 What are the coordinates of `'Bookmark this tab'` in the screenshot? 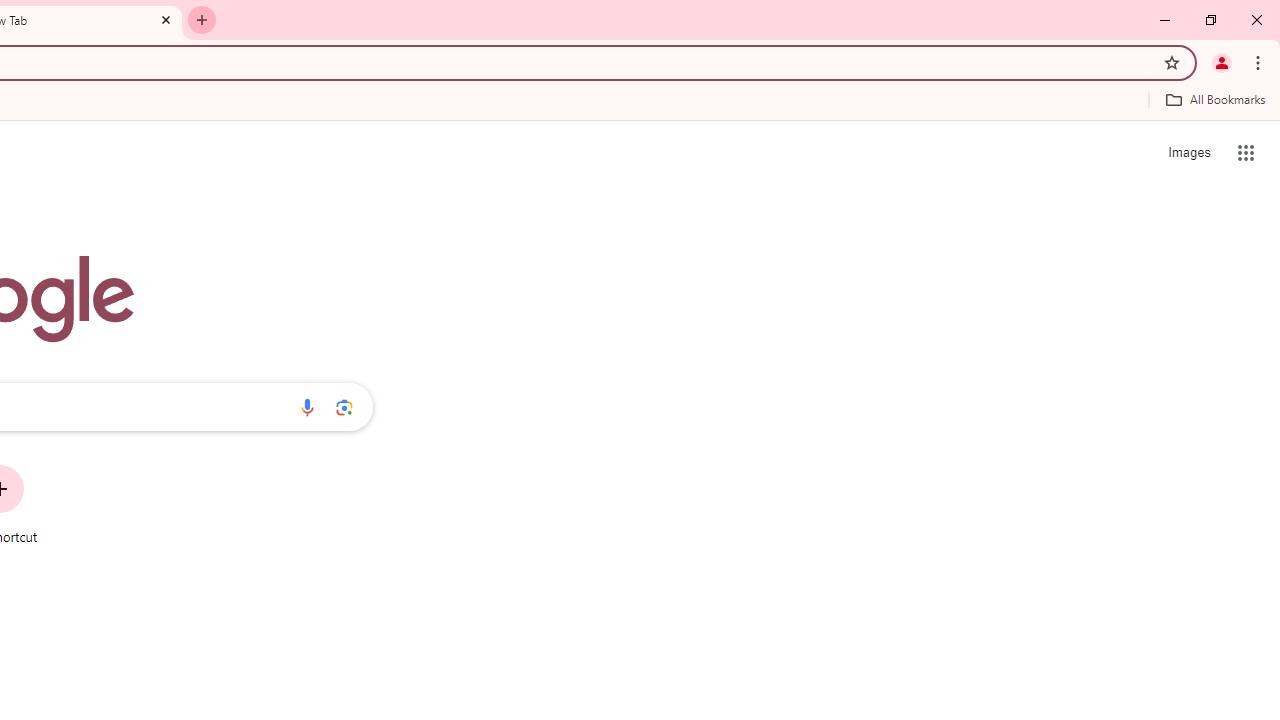 It's located at (1171, 61).